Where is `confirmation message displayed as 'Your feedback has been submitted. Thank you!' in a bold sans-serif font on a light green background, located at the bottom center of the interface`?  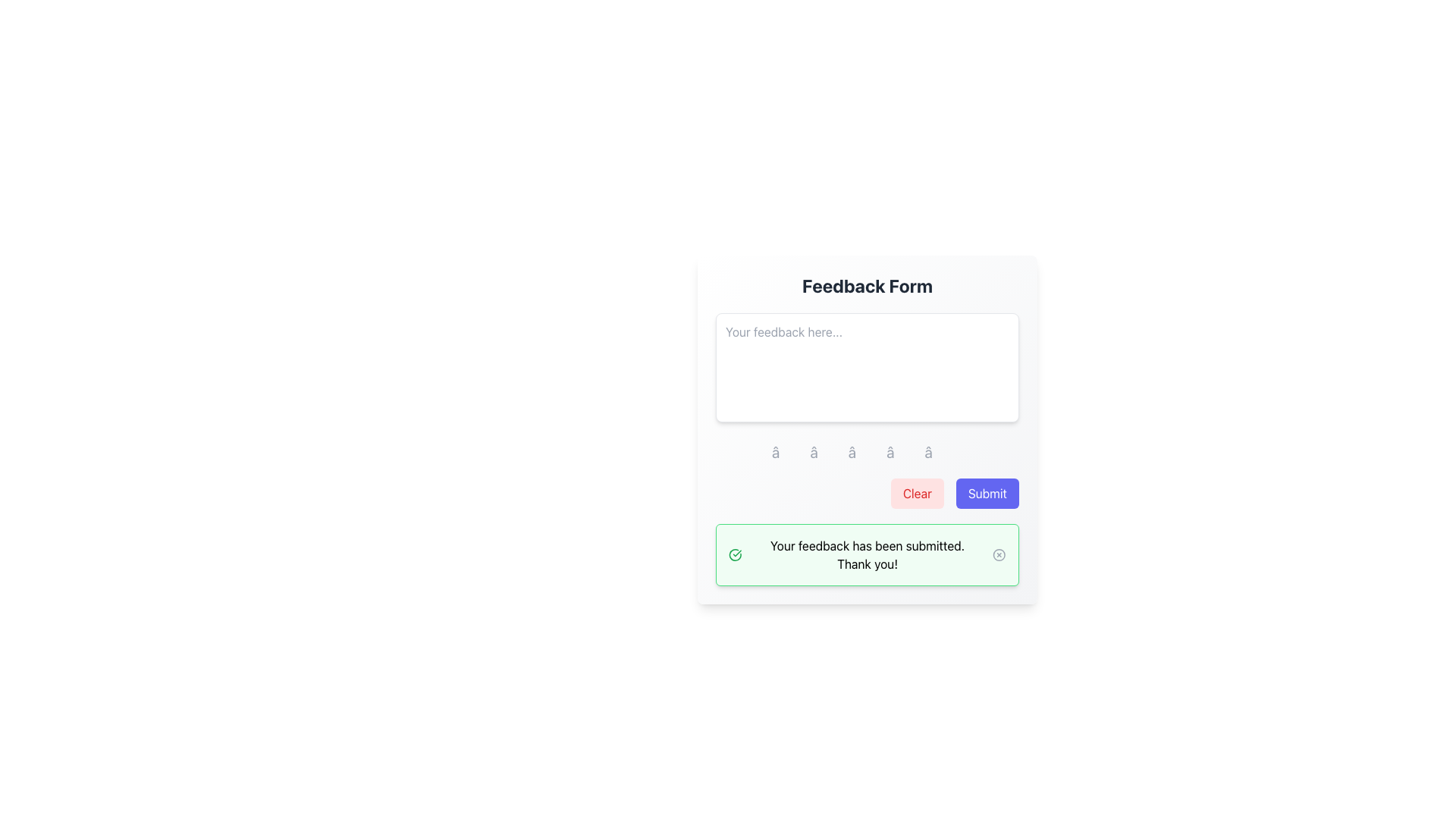 confirmation message displayed as 'Your feedback has been submitted. Thank you!' in a bold sans-serif font on a light green background, located at the bottom center of the interface is located at coordinates (867, 555).